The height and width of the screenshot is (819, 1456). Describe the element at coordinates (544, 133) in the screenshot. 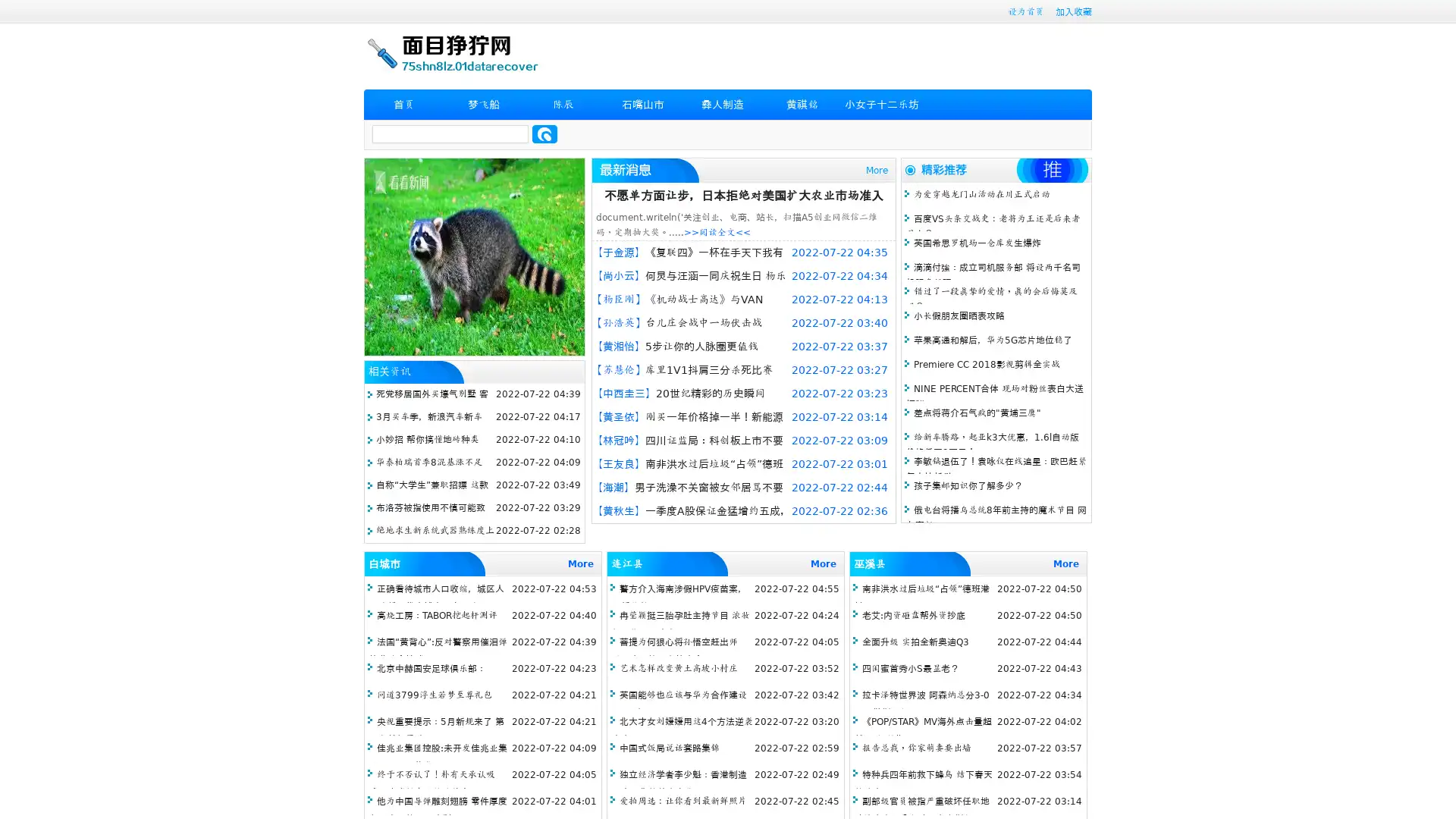

I see `Search` at that location.